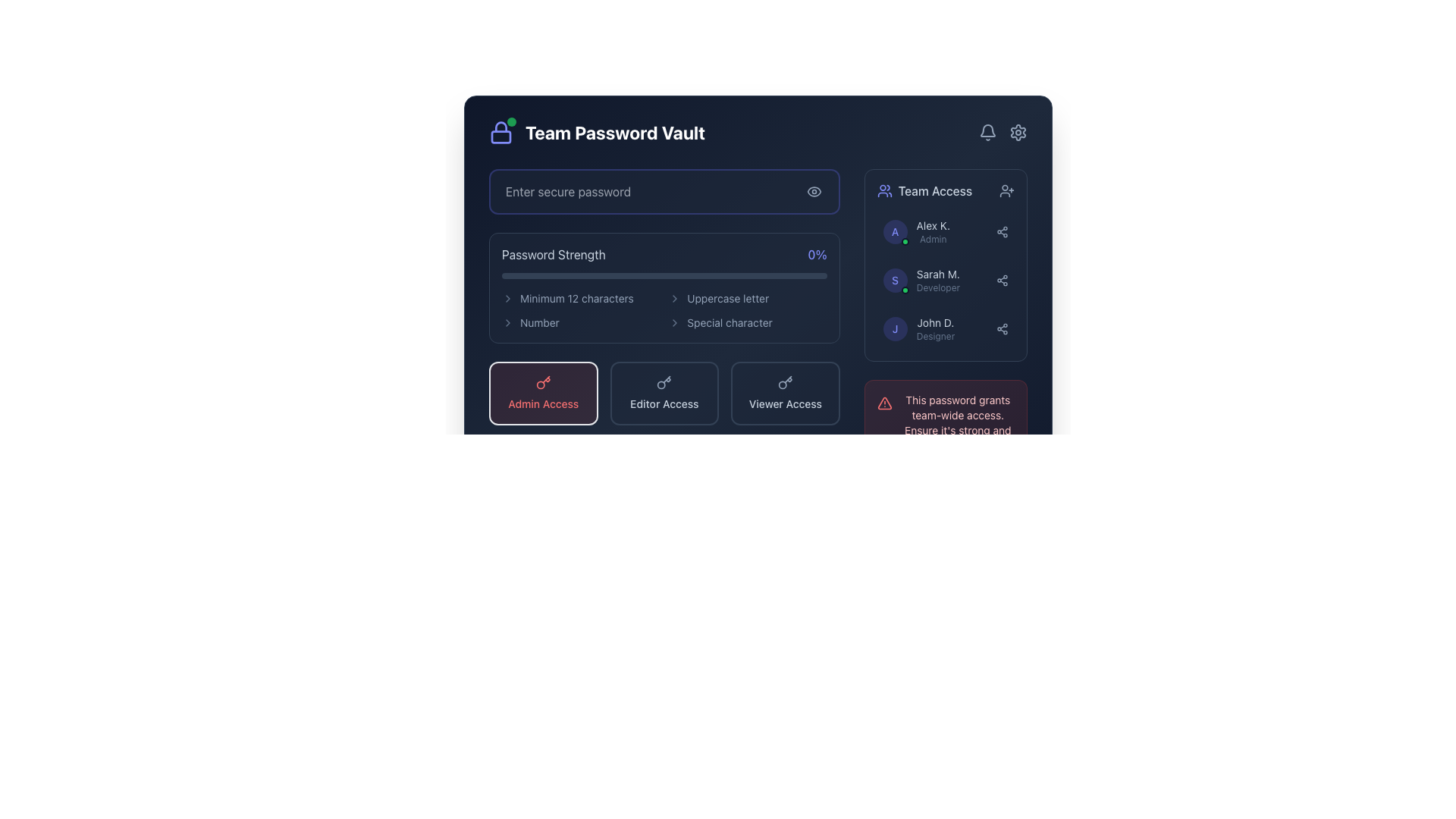 This screenshot has height=819, width=1456. What do you see at coordinates (543, 382) in the screenshot?
I see `the admin access button by clicking on its associated SVG icon, which is located above the 'Admin Access' text label` at bounding box center [543, 382].